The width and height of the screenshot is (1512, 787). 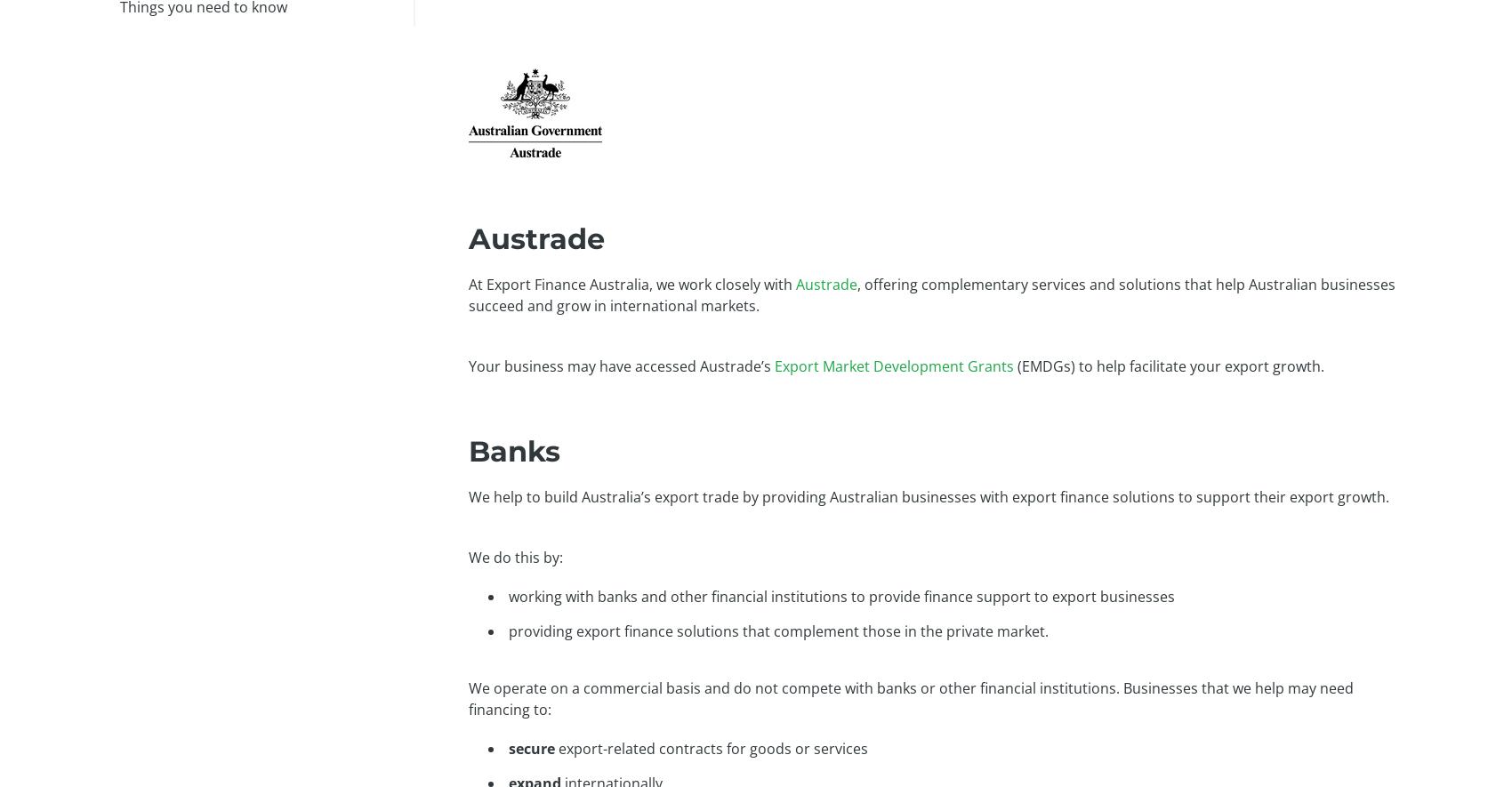 What do you see at coordinates (1154, 380) in the screenshot?
I see `'Information Publication Scheme Agency Plan'` at bounding box center [1154, 380].